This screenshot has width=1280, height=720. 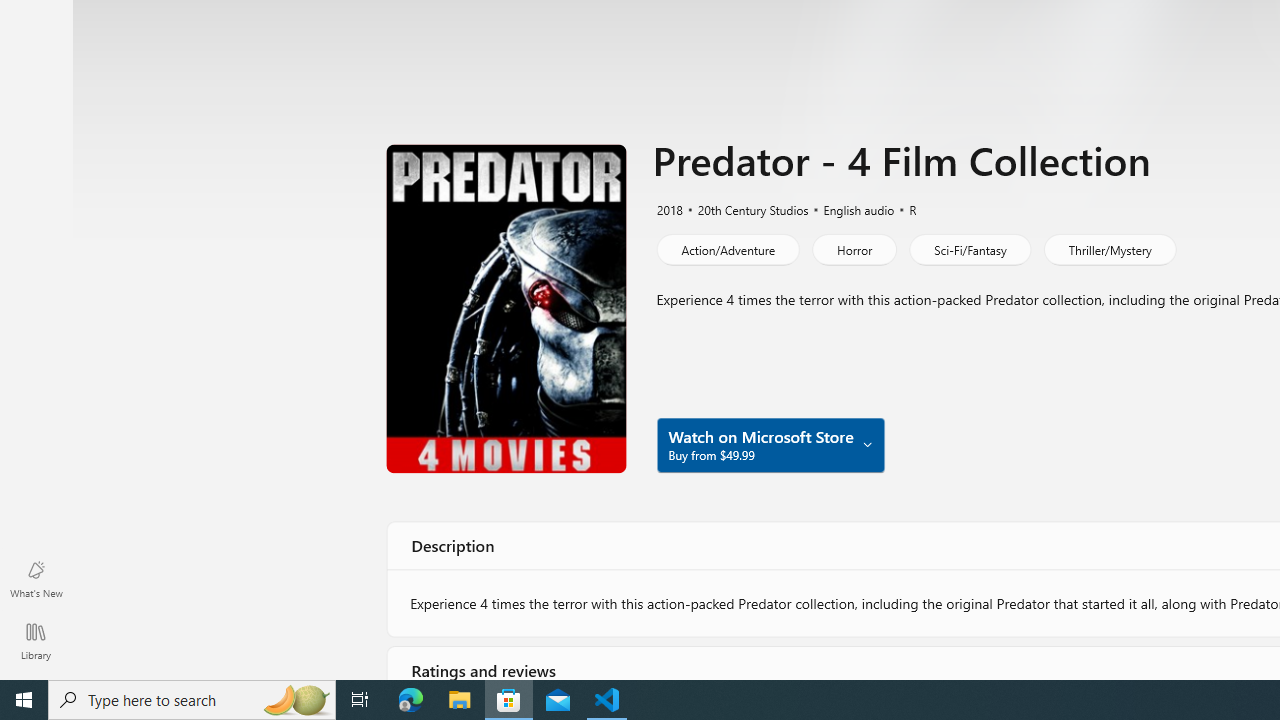 What do you see at coordinates (768, 443) in the screenshot?
I see `'Watch on Microsoft Store Buy from $49.99'` at bounding box center [768, 443].